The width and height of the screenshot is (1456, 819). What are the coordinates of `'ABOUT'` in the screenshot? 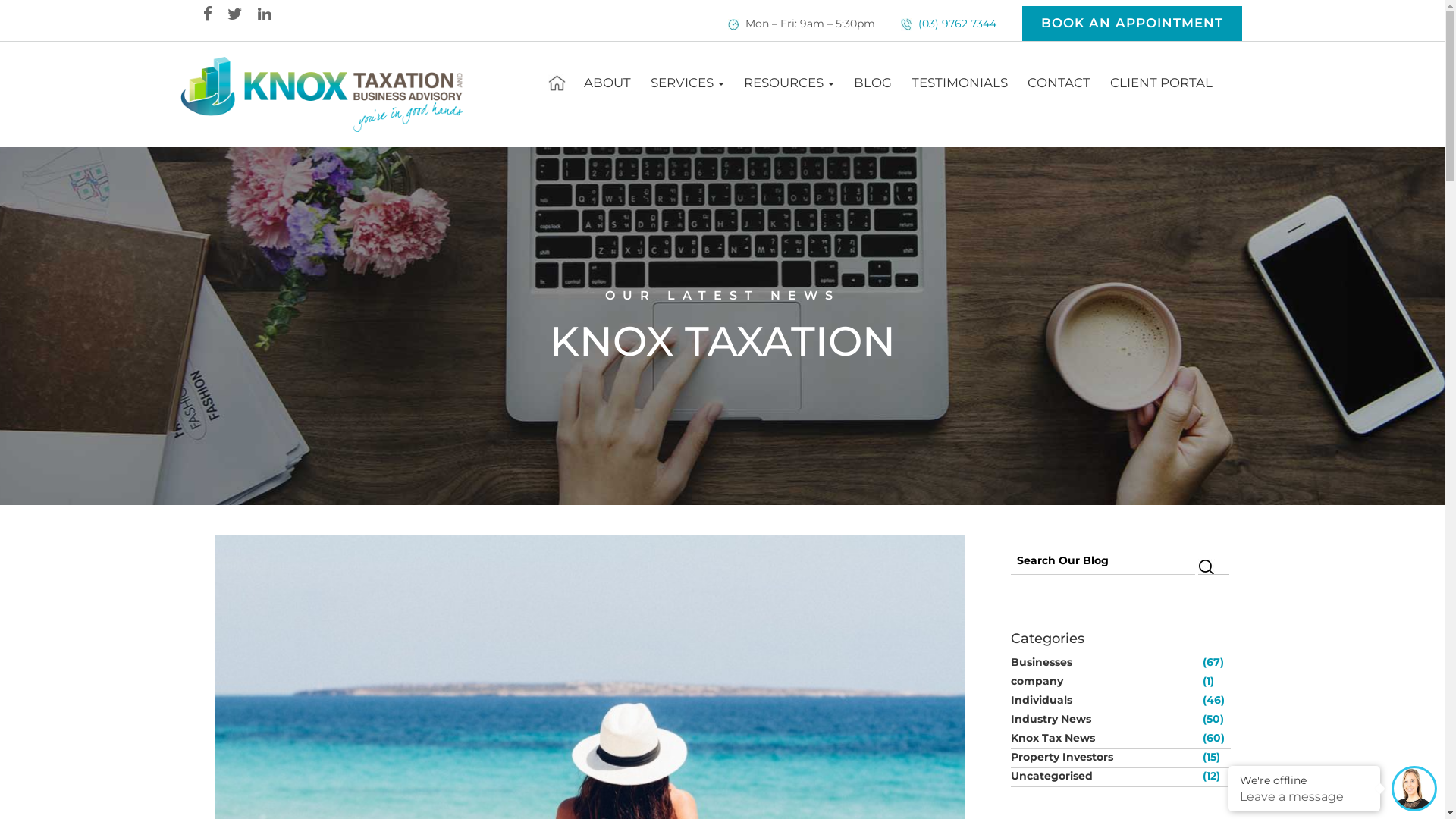 It's located at (607, 82).